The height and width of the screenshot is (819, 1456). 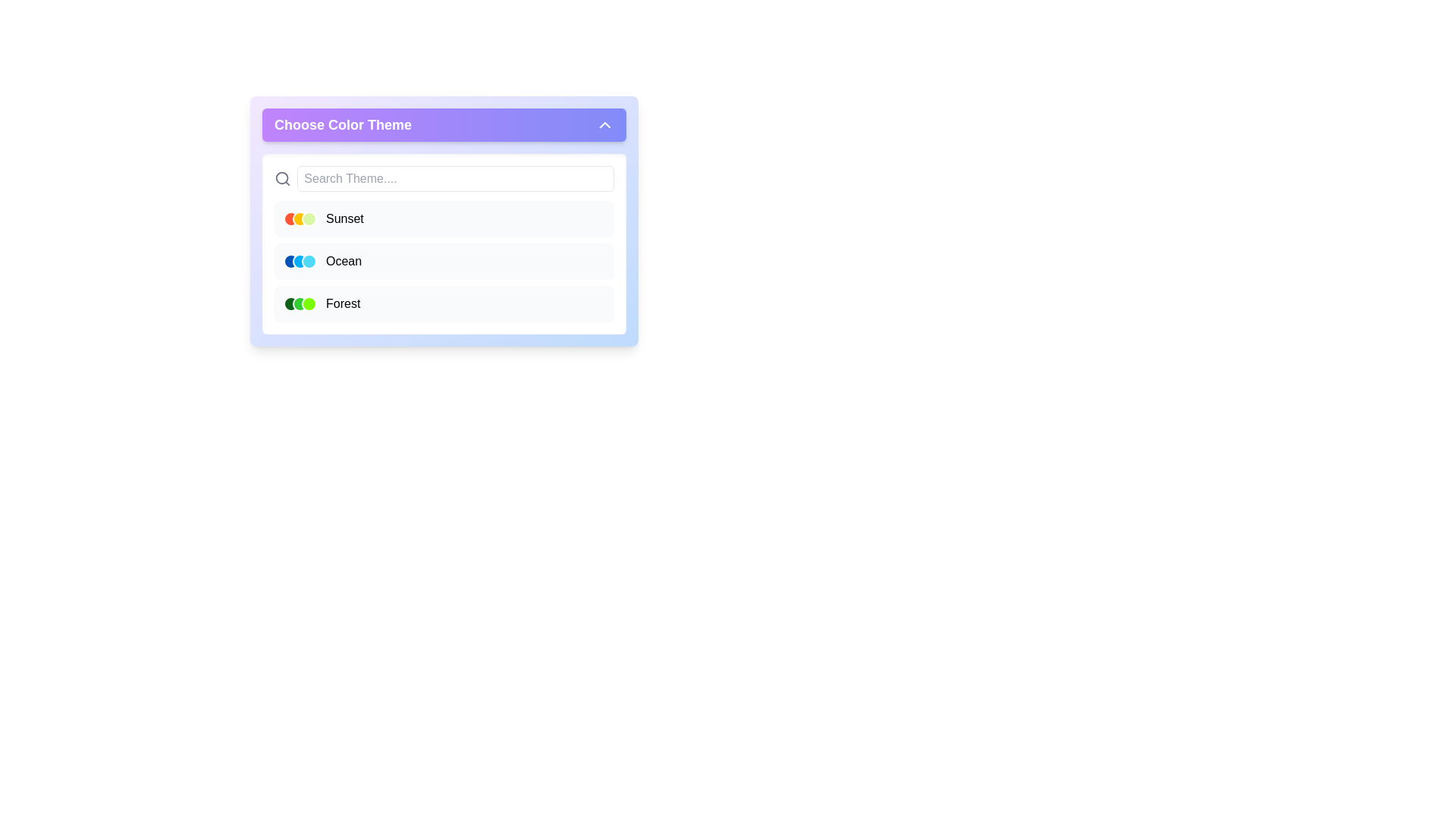 What do you see at coordinates (300, 260) in the screenshot?
I see `the visual indicator button` at bounding box center [300, 260].